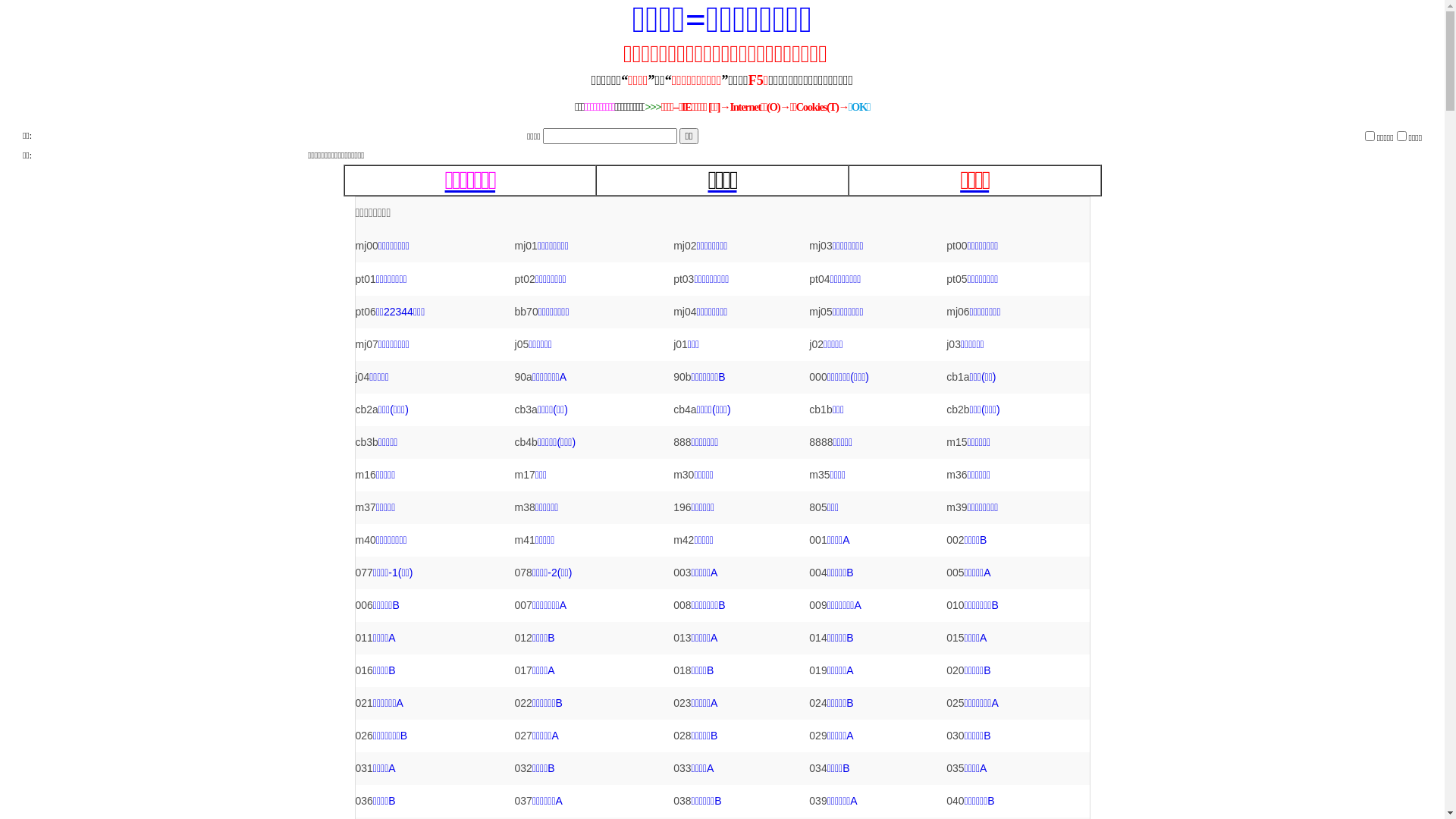 This screenshot has width=1456, height=819. What do you see at coordinates (526, 245) in the screenshot?
I see `'mj01'` at bounding box center [526, 245].